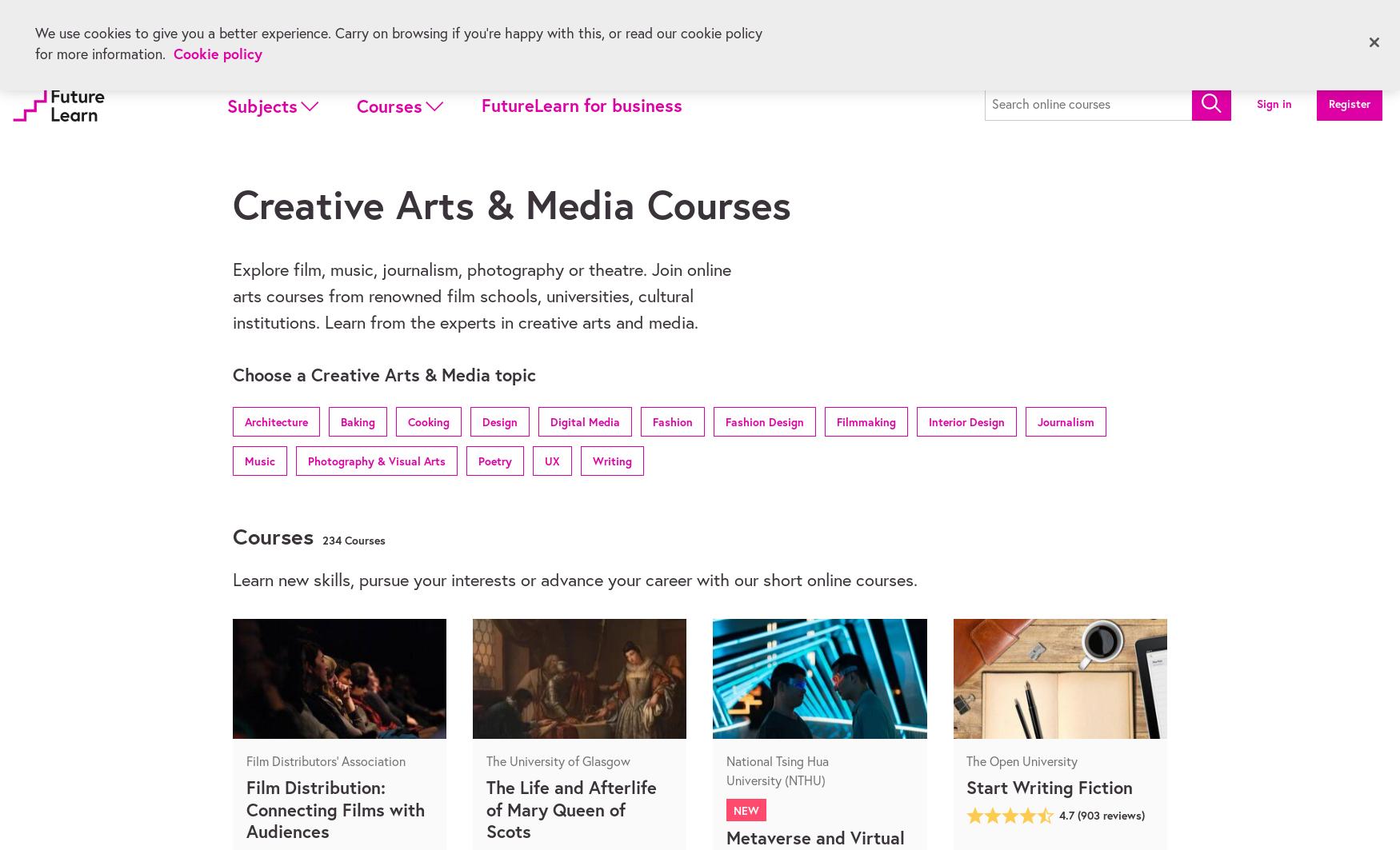 The height and width of the screenshot is (850, 1400). What do you see at coordinates (499, 421) in the screenshot?
I see `'Design'` at bounding box center [499, 421].